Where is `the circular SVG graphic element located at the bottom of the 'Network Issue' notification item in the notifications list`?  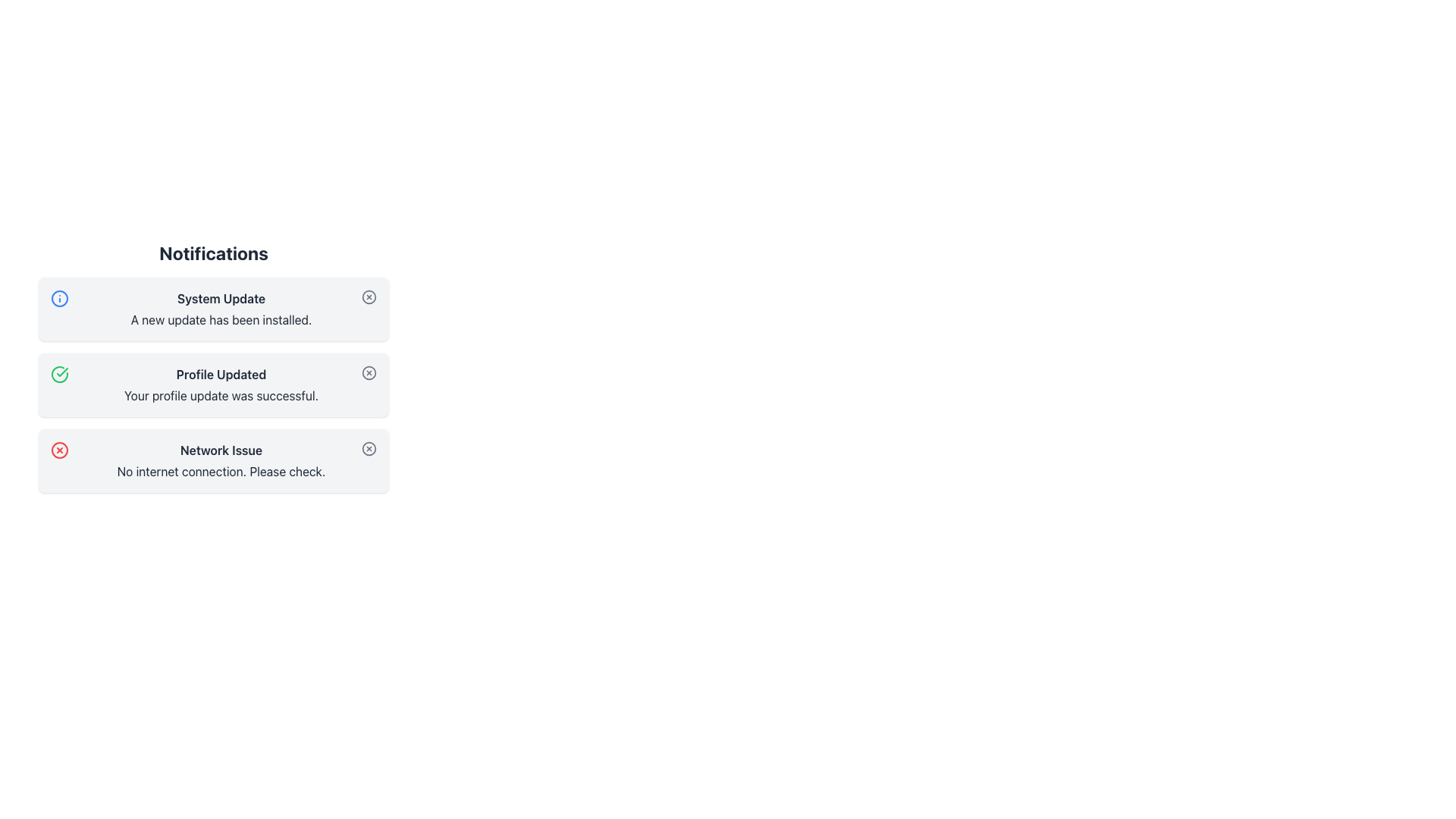
the circular SVG graphic element located at the bottom of the 'Network Issue' notification item in the notifications list is located at coordinates (369, 447).